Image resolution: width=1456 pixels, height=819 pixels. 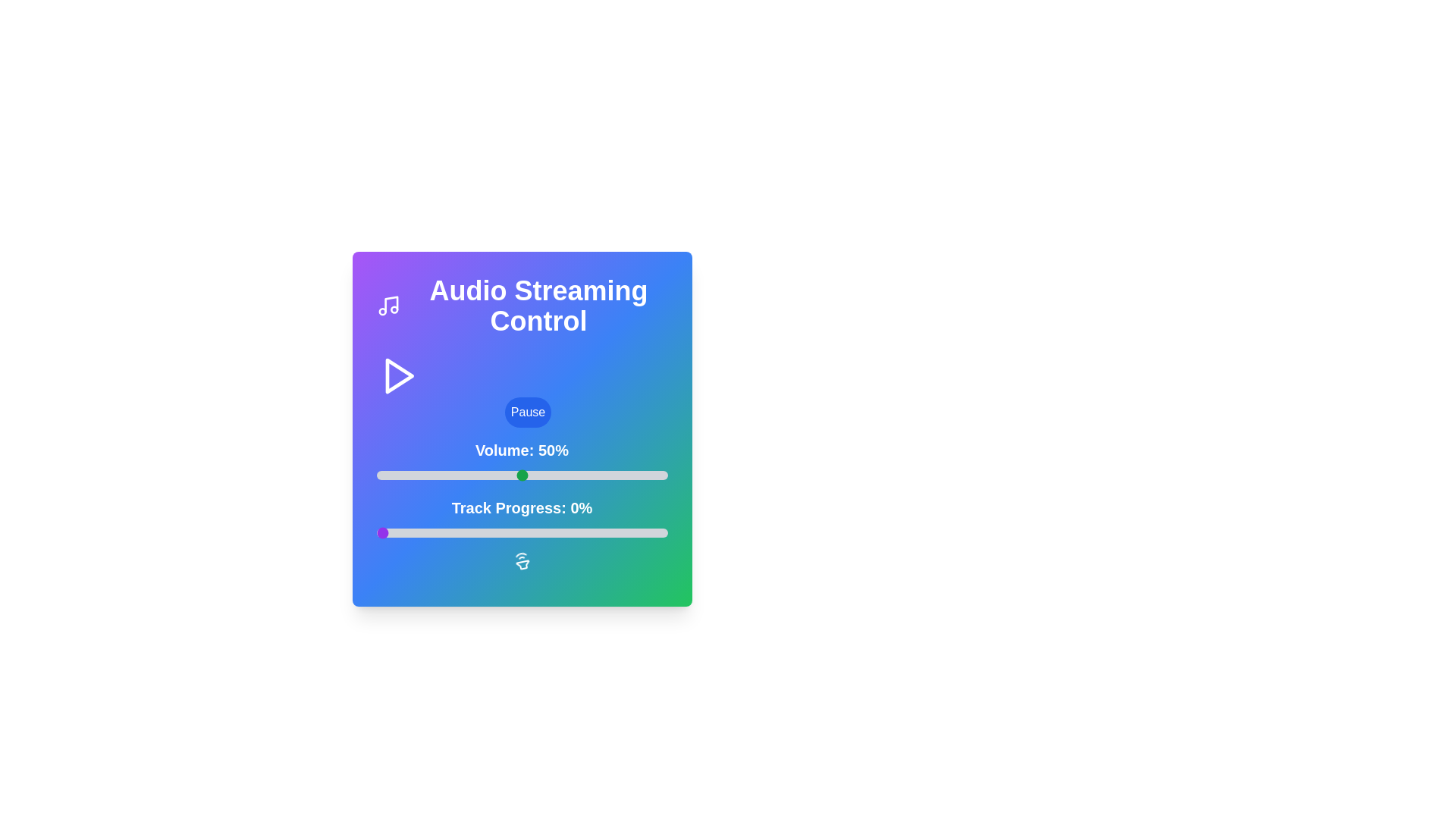 What do you see at coordinates (385, 532) in the screenshot?
I see `the track progress to 3% by interacting with the slider` at bounding box center [385, 532].